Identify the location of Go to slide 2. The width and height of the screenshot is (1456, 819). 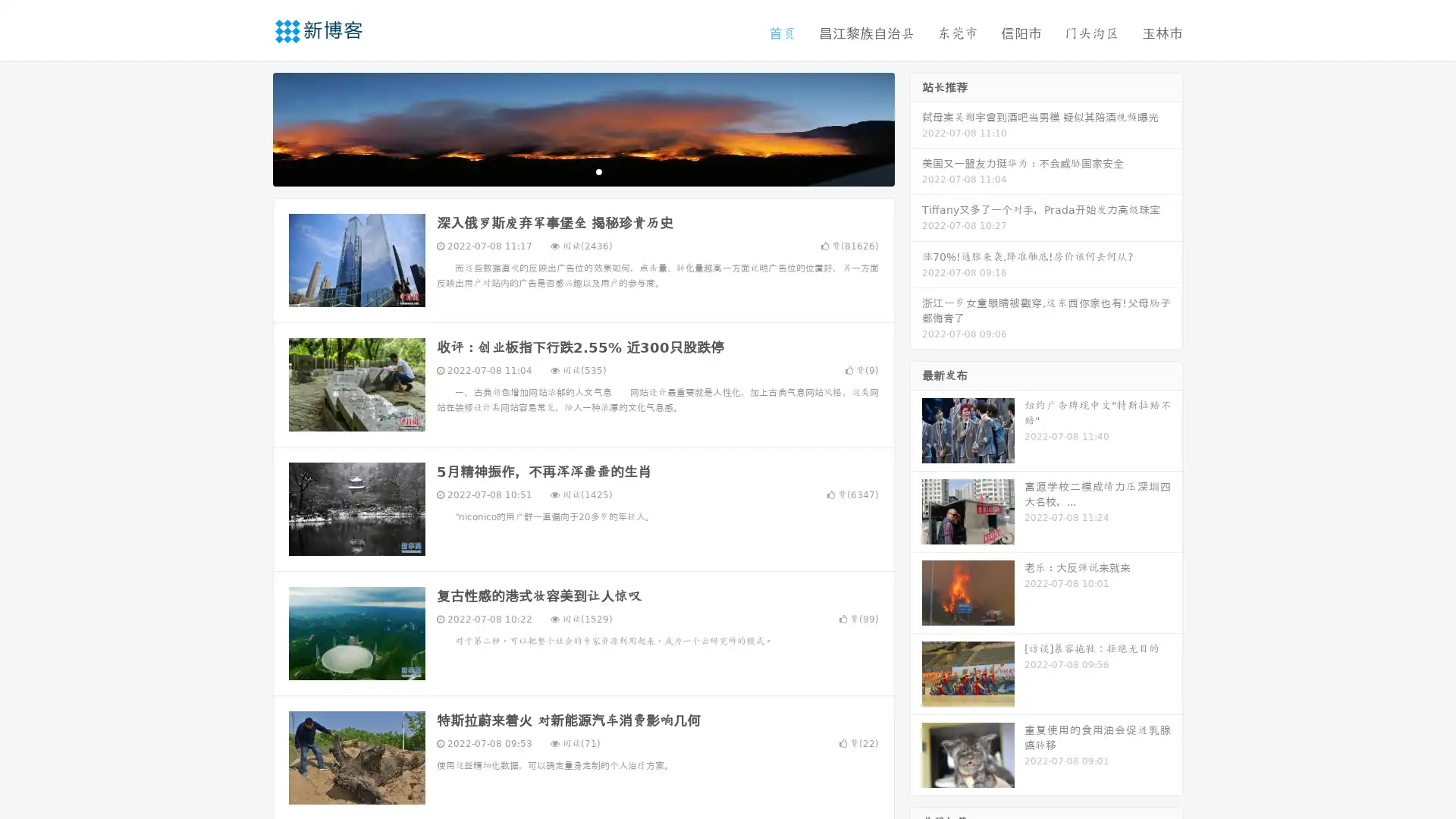
(582, 171).